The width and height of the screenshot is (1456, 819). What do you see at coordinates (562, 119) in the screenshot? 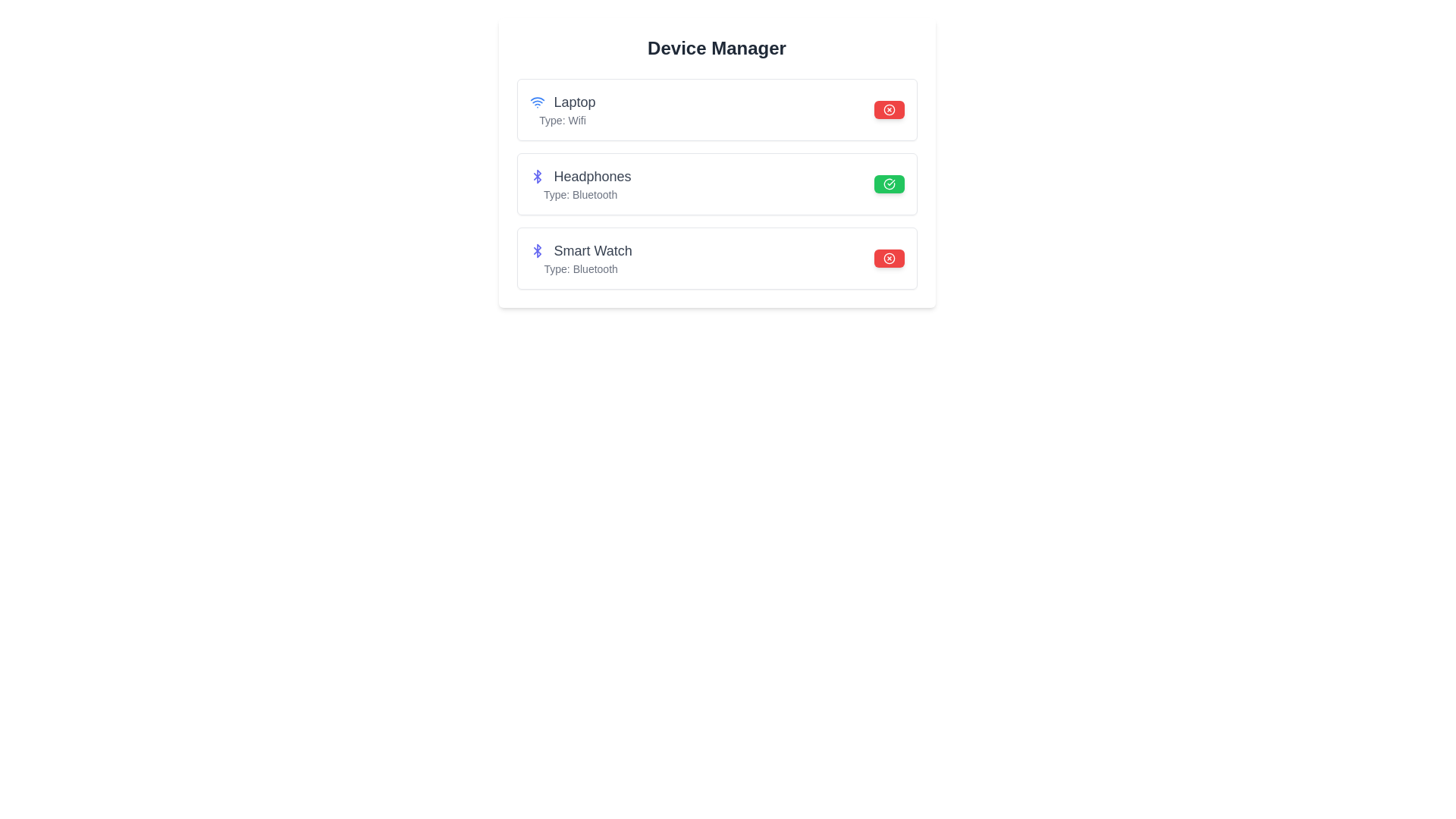
I see `text label that describes the device connectivity as 'Wifi', located under the title 'Laptop' in the first list item` at bounding box center [562, 119].